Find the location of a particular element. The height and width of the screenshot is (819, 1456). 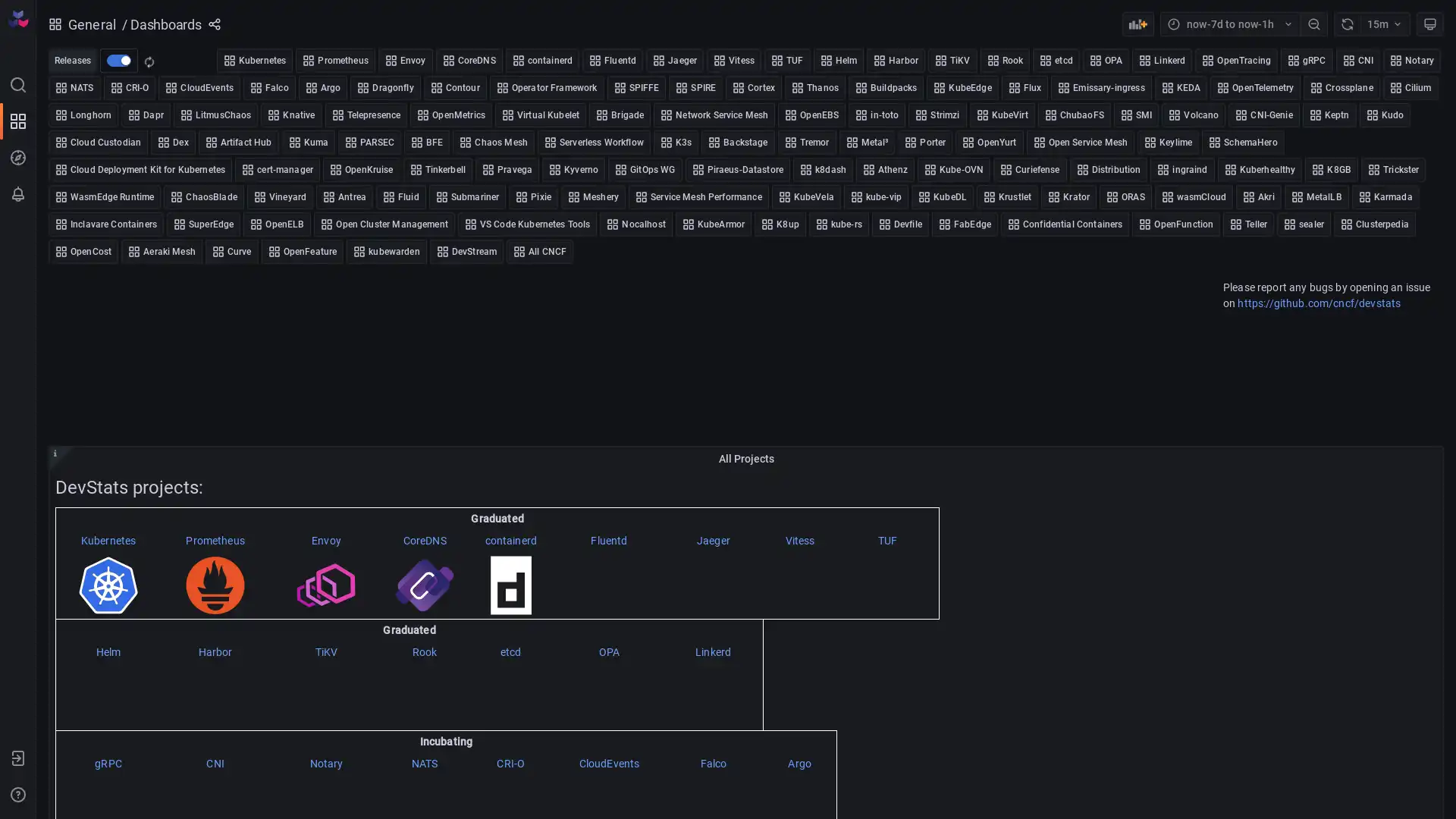

Refresh dashboard is located at coordinates (1346, 24).